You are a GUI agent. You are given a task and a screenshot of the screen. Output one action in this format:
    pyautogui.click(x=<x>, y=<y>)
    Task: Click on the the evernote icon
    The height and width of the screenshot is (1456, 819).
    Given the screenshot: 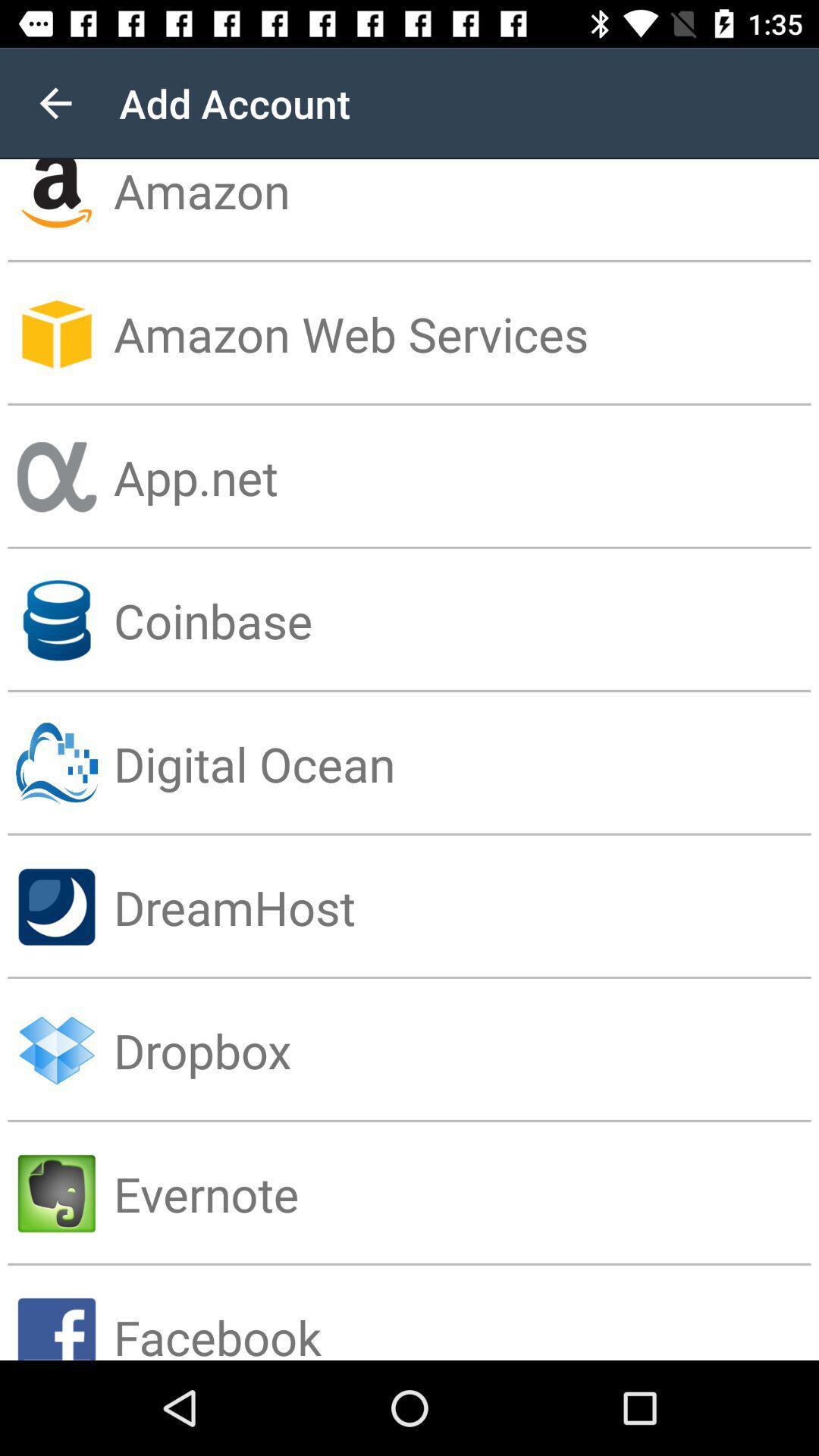 What is the action you would take?
    pyautogui.click(x=465, y=1193)
    